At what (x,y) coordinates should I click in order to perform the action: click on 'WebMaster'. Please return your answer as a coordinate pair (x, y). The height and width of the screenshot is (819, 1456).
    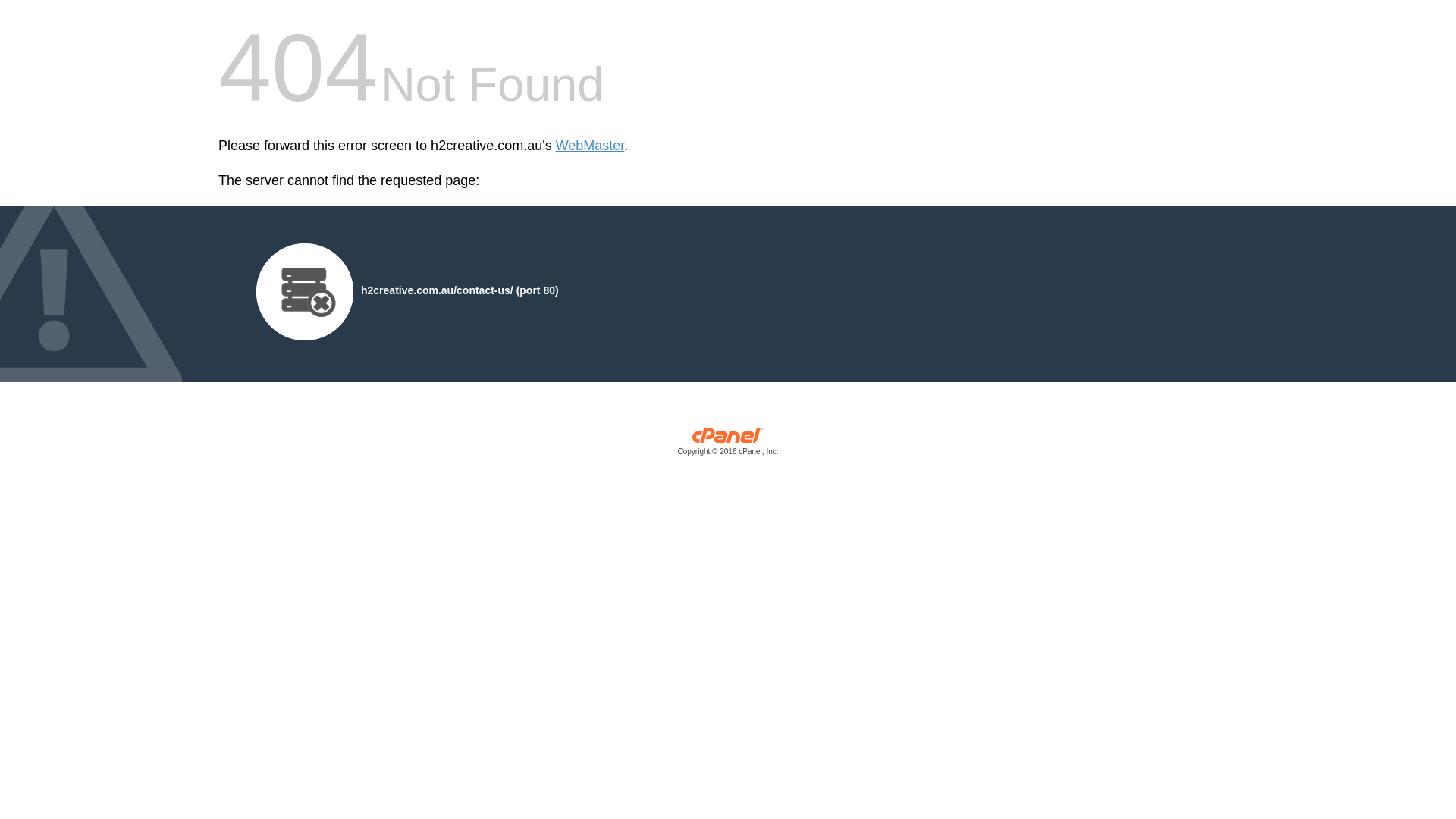
    Looking at the image, I should click on (589, 146).